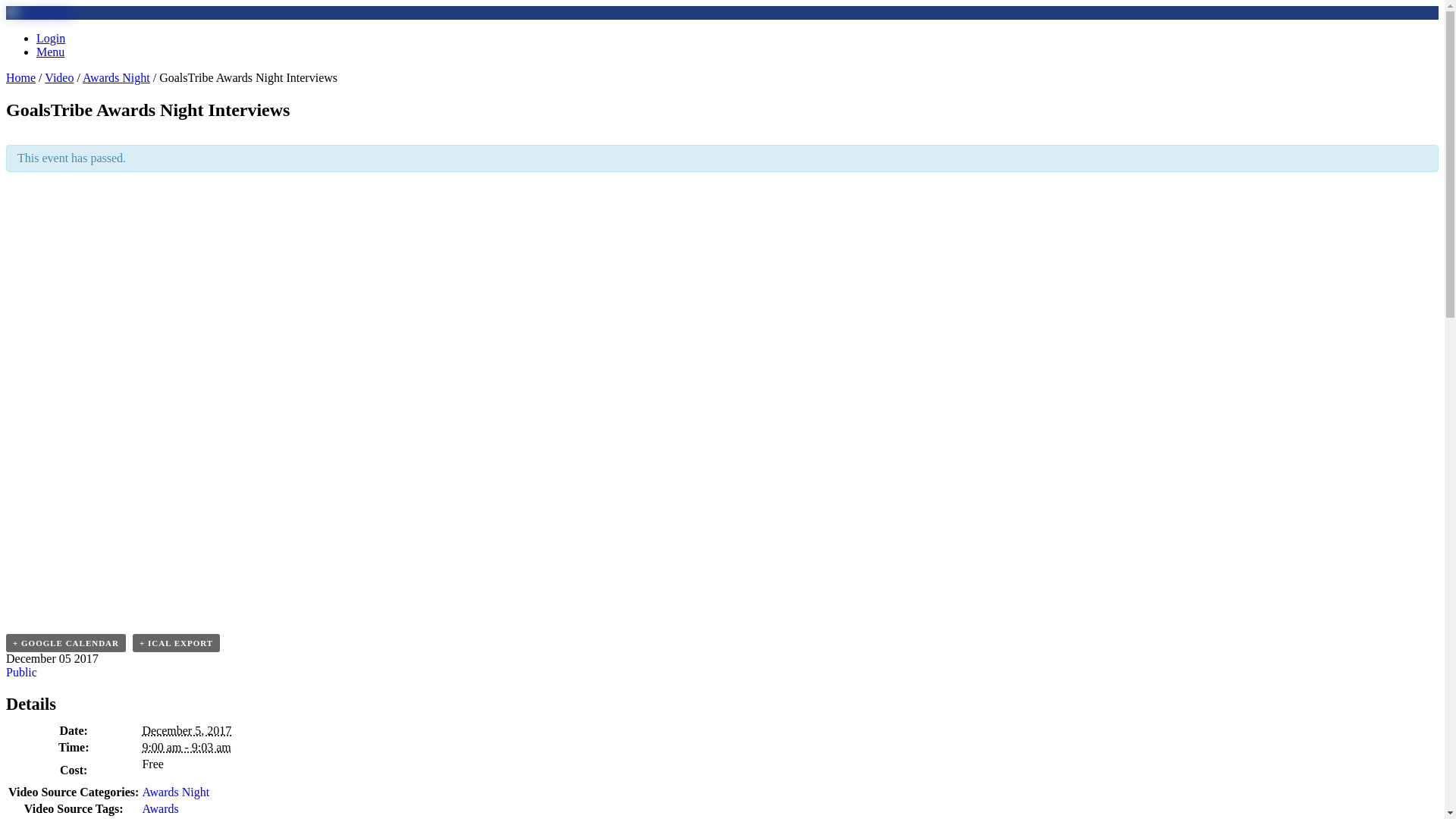 The image size is (1456, 819). I want to click on '+ ICAL EXPORT', so click(132, 643).